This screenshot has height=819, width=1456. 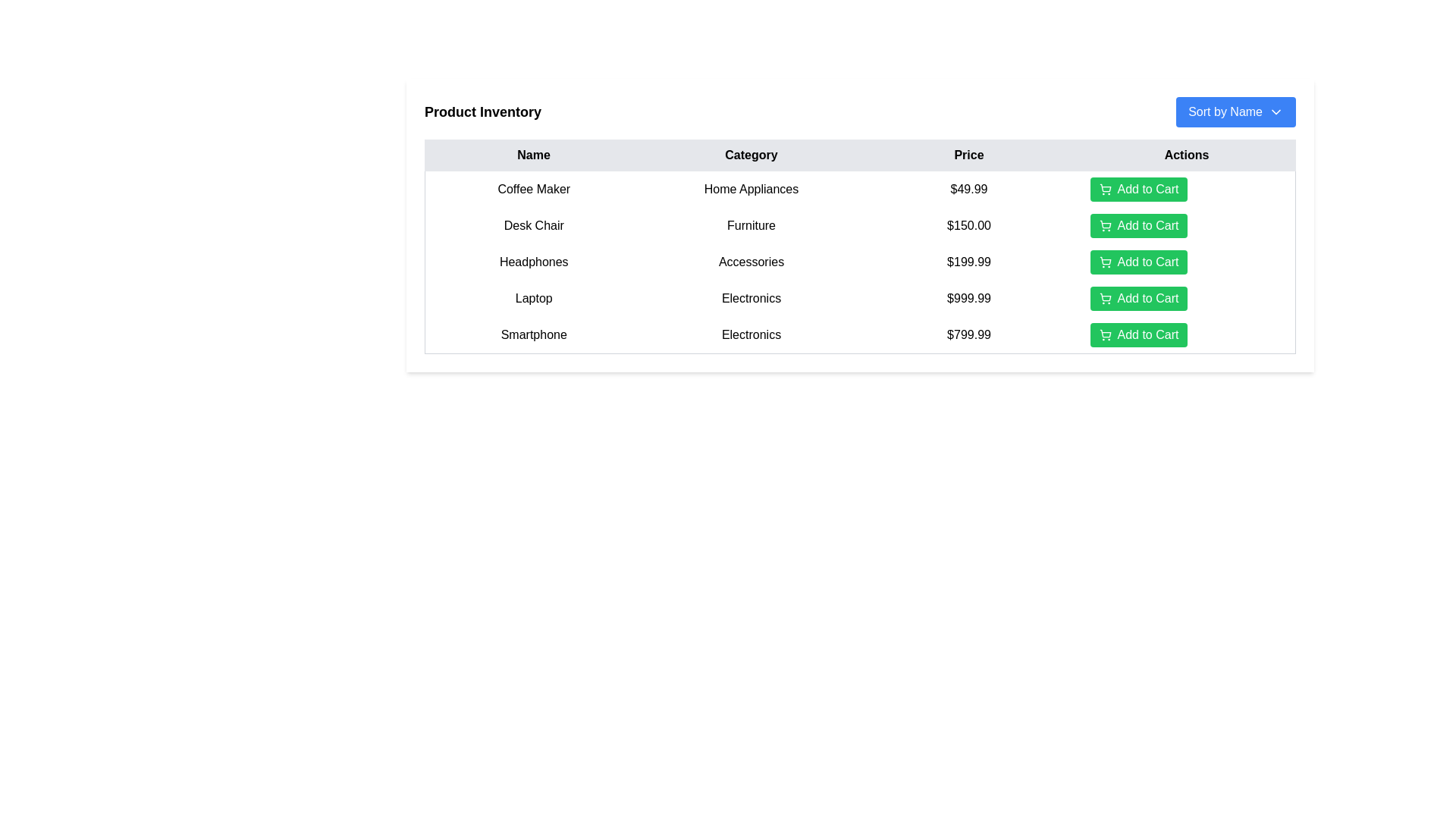 What do you see at coordinates (534, 334) in the screenshot?
I see `the static text element that serves as a label or identifier for a product in the leftmost column of the fifth row of the table` at bounding box center [534, 334].